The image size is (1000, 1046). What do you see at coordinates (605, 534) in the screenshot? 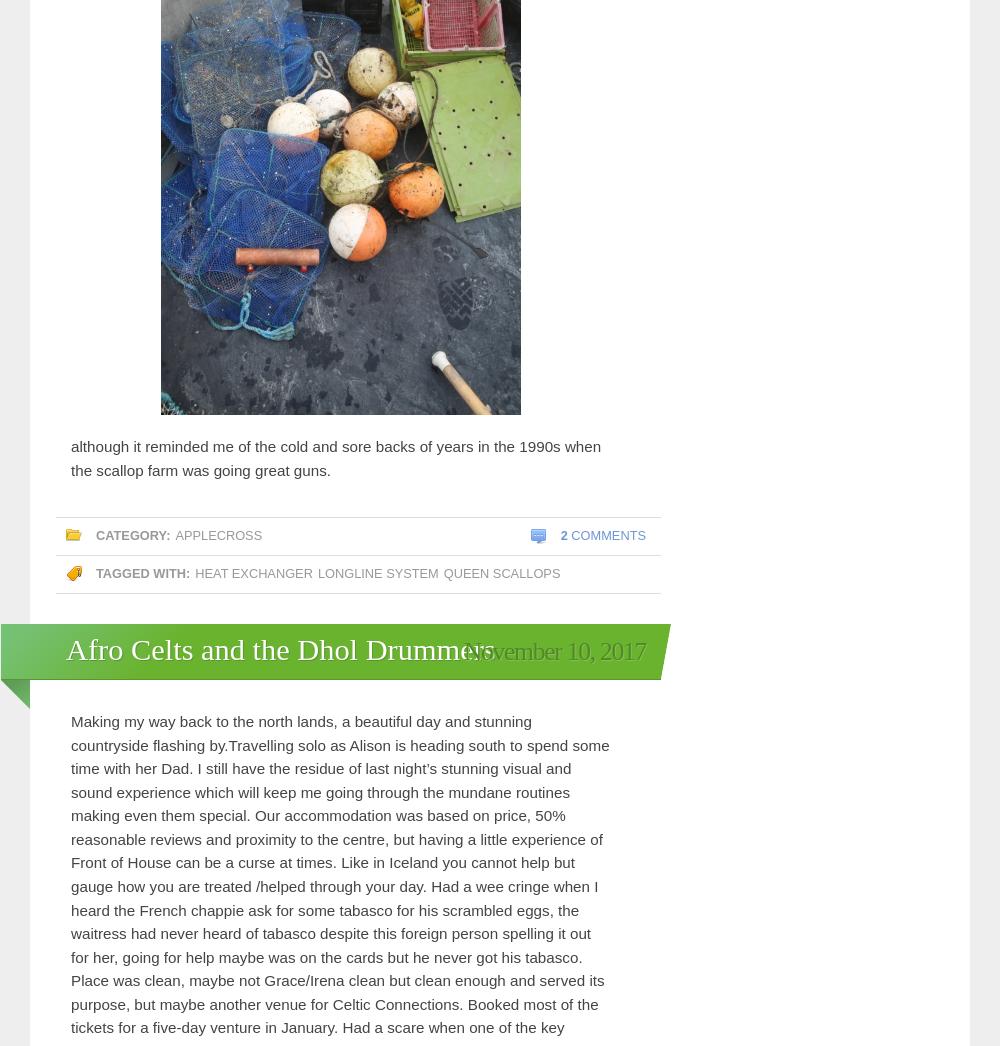
I see `'Comments'` at bounding box center [605, 534].